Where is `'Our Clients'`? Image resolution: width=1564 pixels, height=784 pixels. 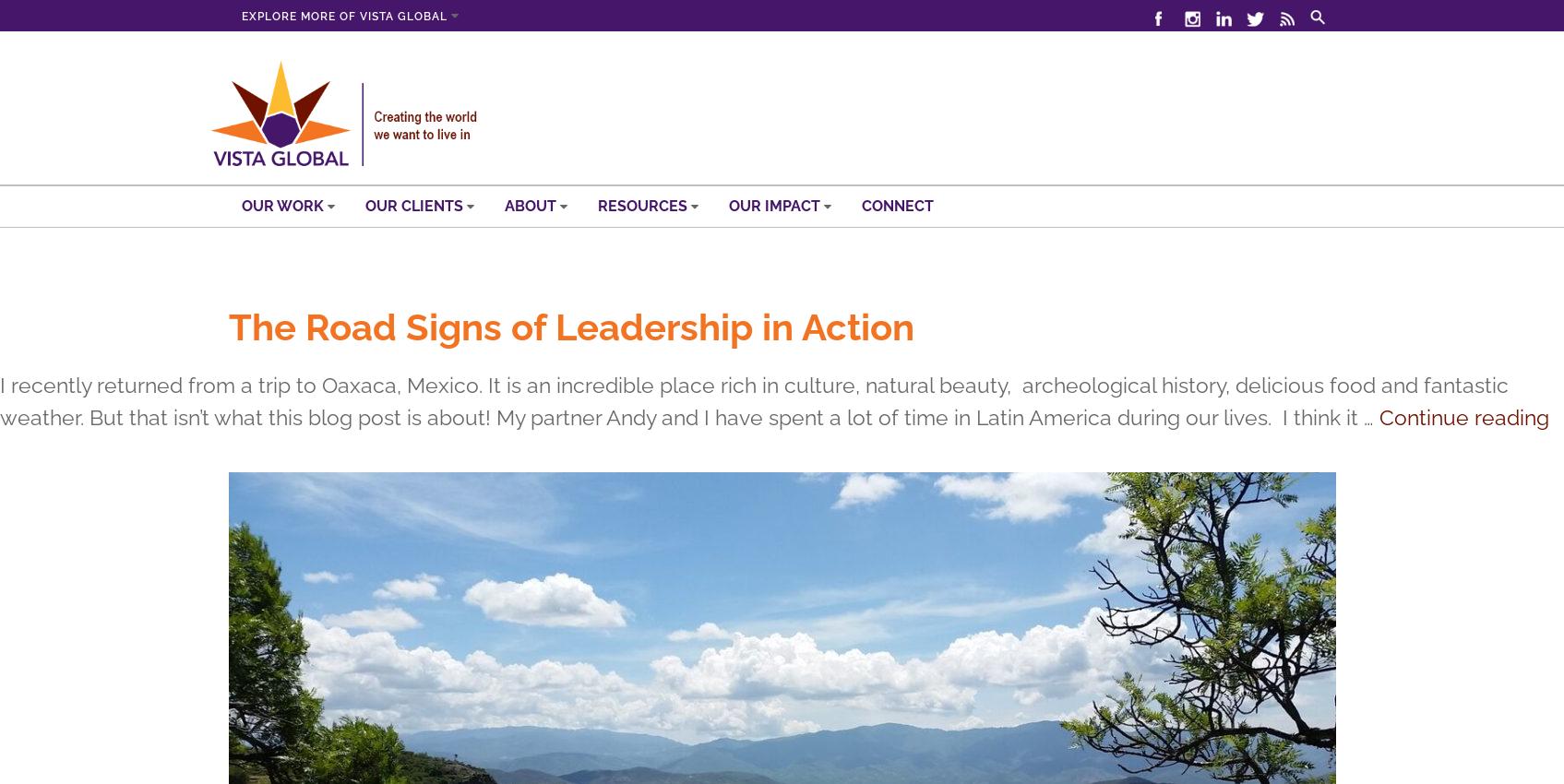
'Our Clients' is located at coordinates (415, 205).